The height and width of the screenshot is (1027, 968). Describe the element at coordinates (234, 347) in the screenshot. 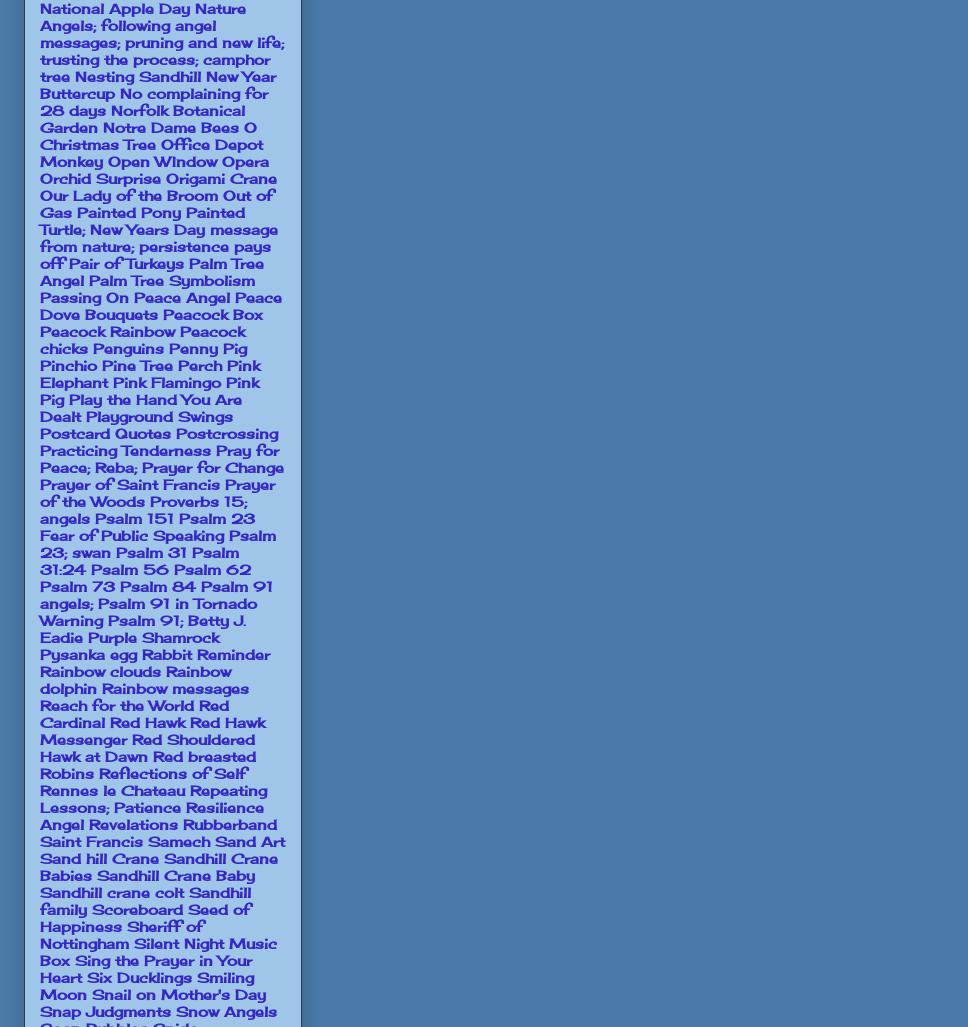

I see `'Pig'` at that location.